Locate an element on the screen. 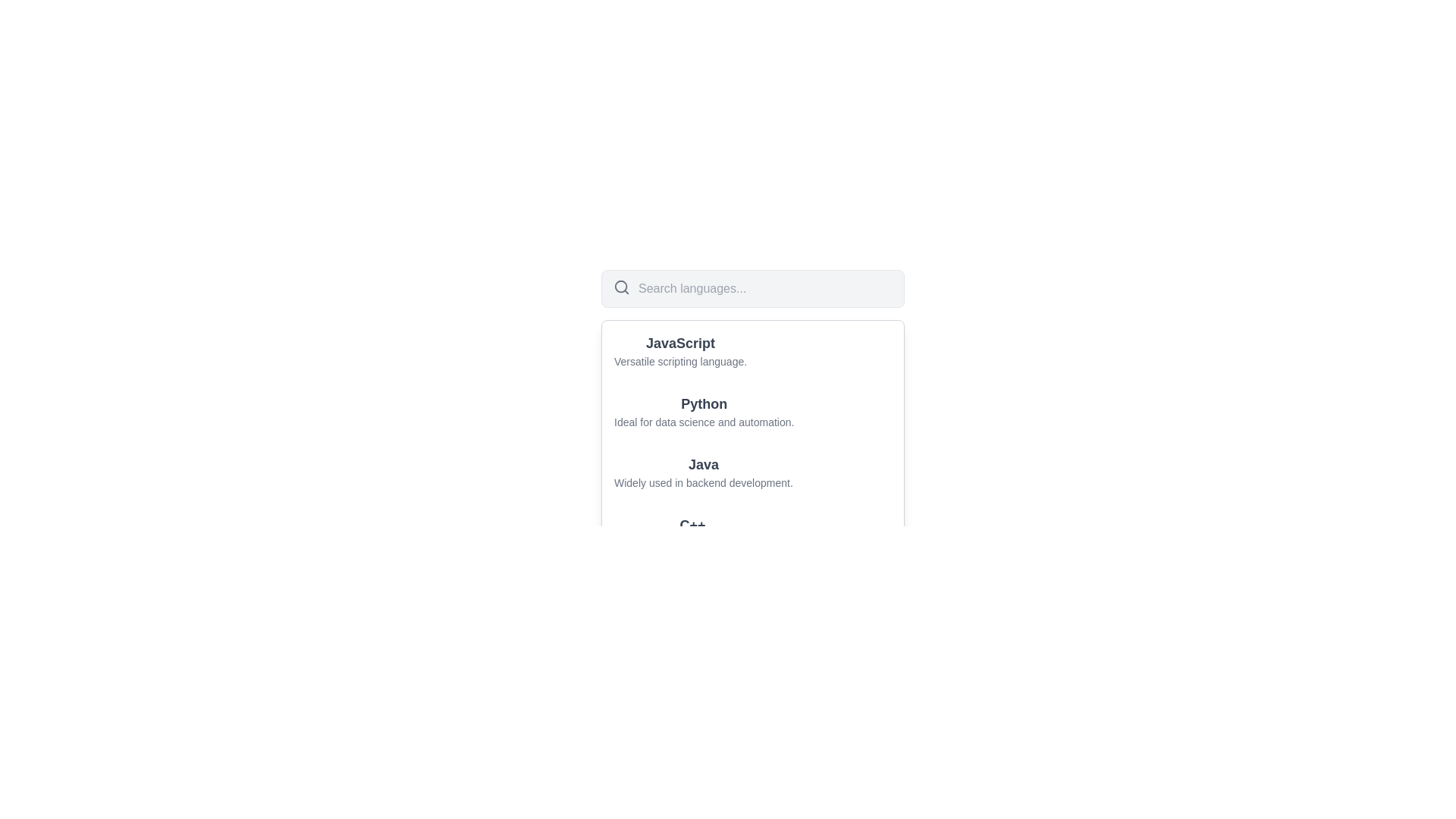  the details of the static text label displaying 'Java' with the description 'Widely used in backend development.' is located at coordinates (753, 472).